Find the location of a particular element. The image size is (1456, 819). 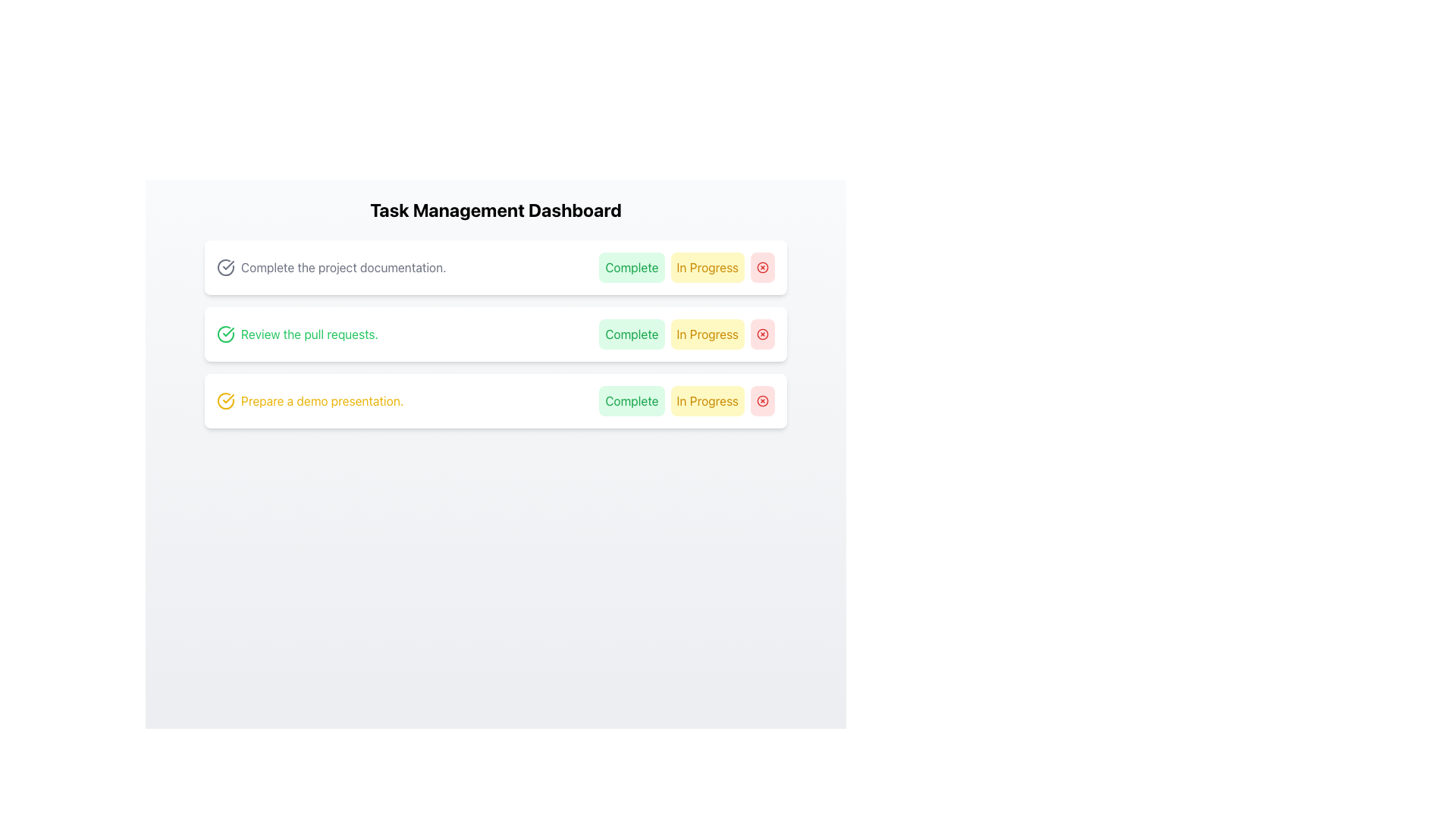

the circular green checkmark icon located at the beginning of the second task row titled 'Review the pull requests.' is located at coordinates (224, 333).